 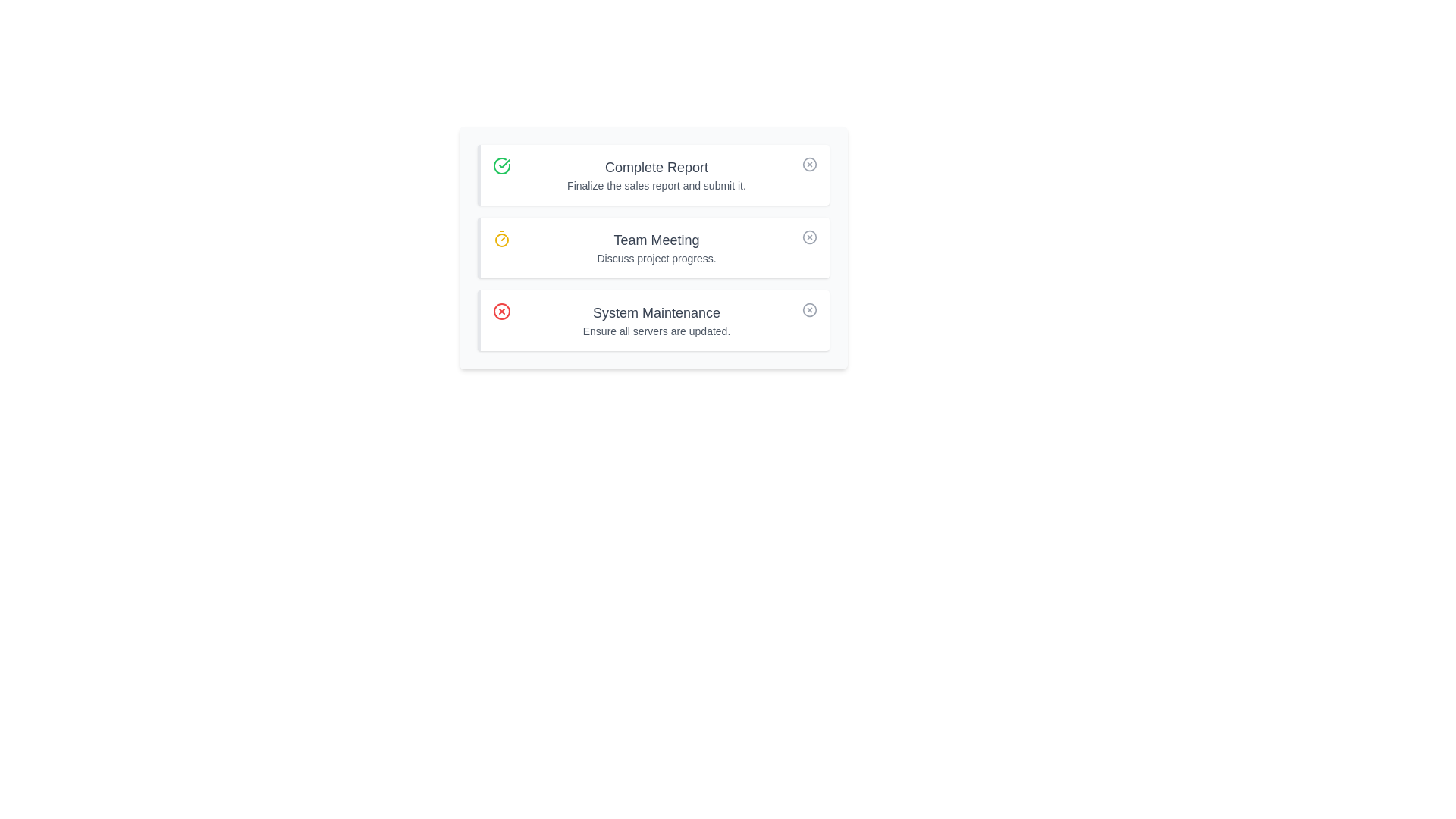 I want to click on the task titled Complete Report to emphasize its details, so click(x=654, y=174).